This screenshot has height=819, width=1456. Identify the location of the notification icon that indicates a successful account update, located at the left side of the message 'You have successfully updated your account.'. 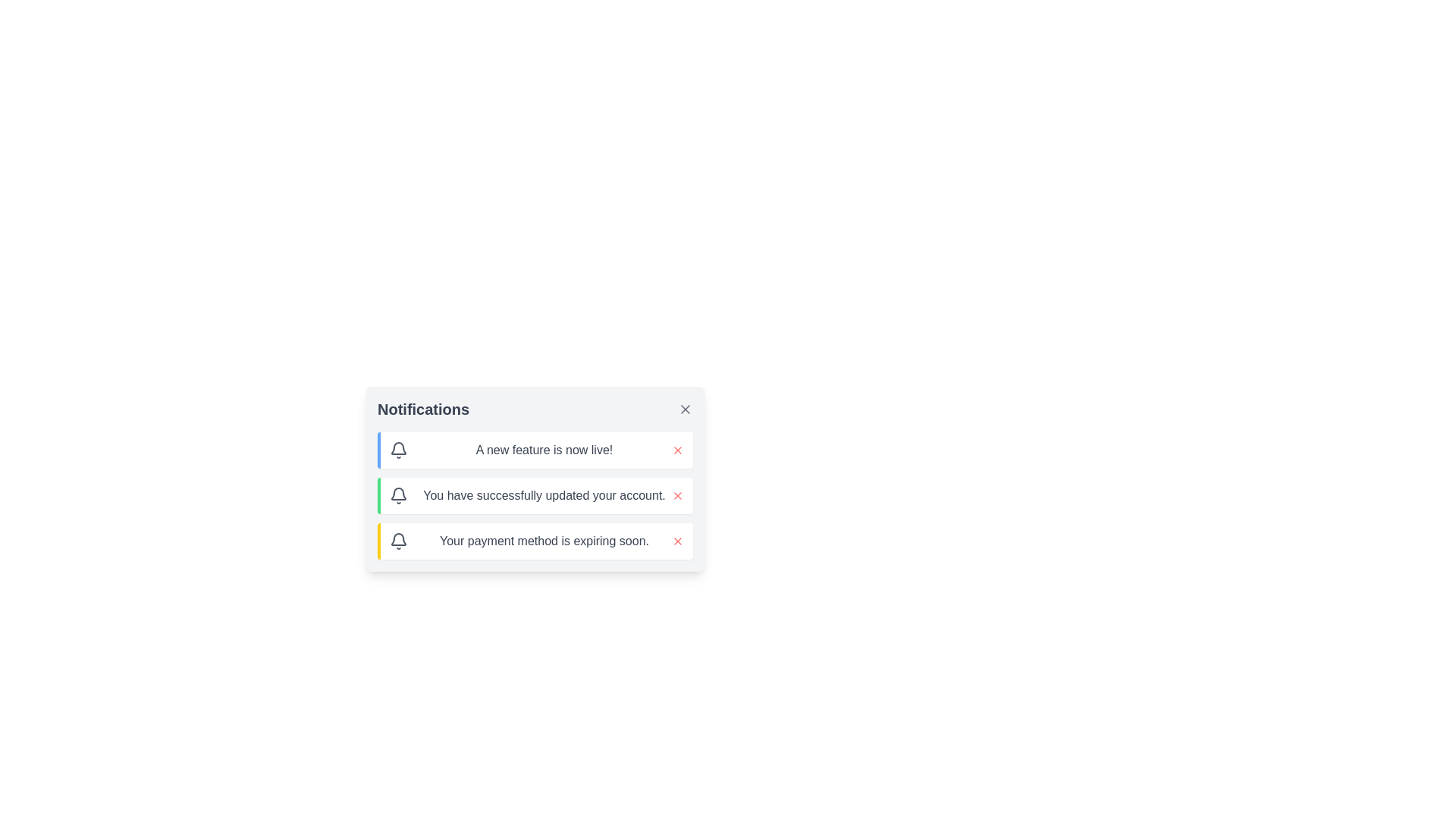
(399, 496).